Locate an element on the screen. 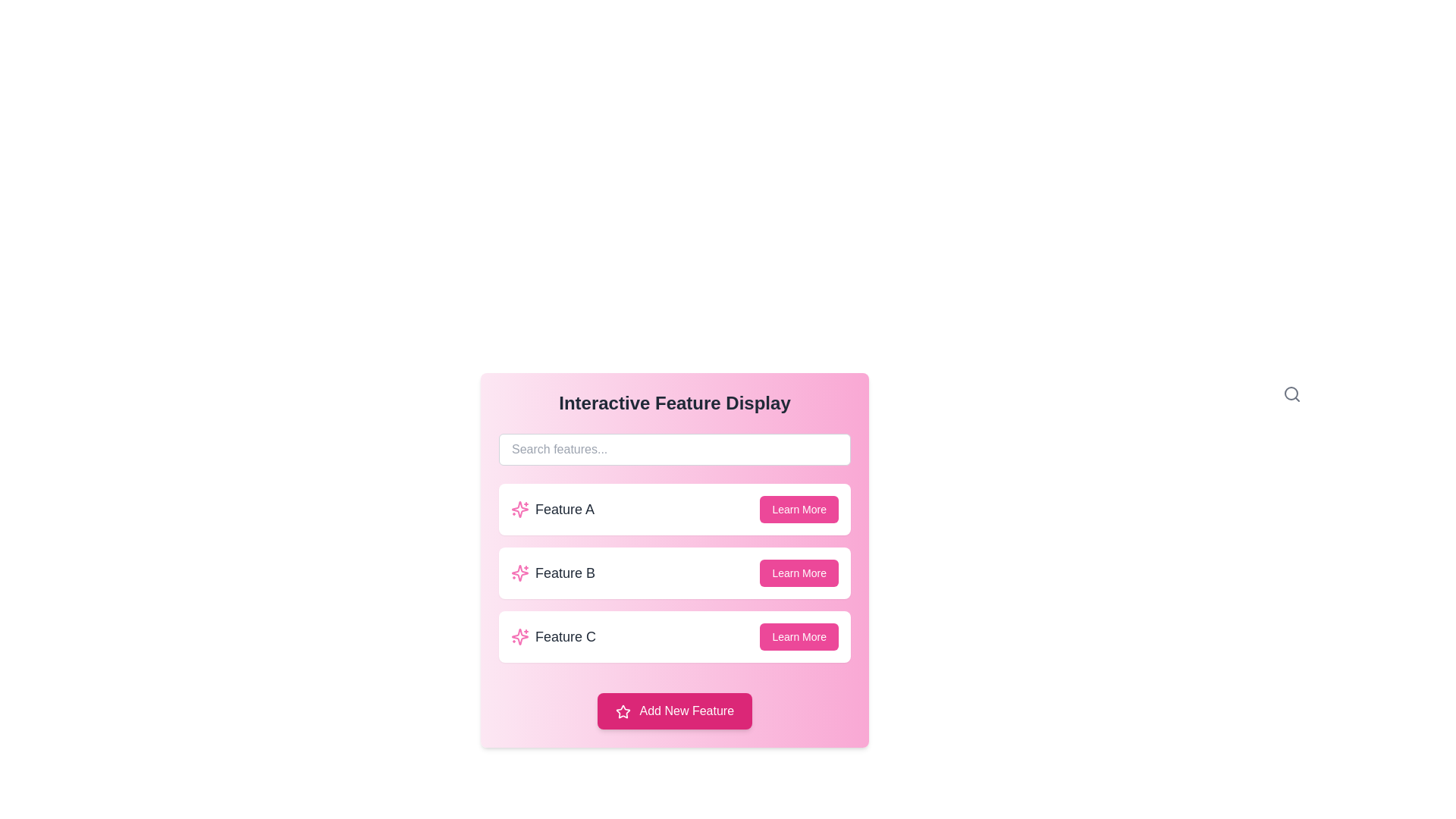 This screenshot has width=1456, height=819. the button with a pink background and white text that reads 'Add New Feature' is located at coordinates (673, 704).